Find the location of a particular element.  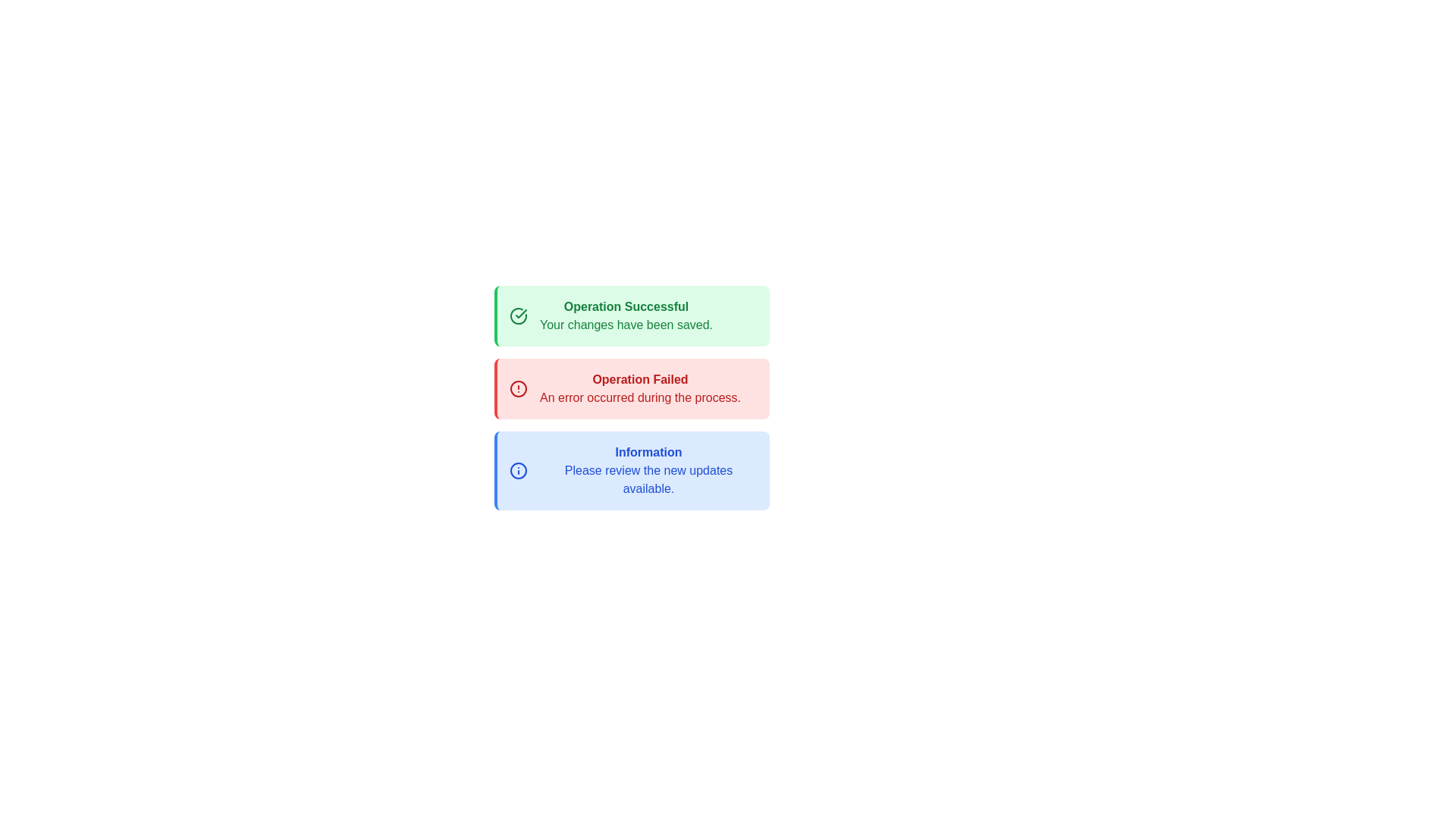

the informational text that displays messages about reviewing new updates, located in the blue notification box below the bold title 'Information' is located at coordinates (648, 479).